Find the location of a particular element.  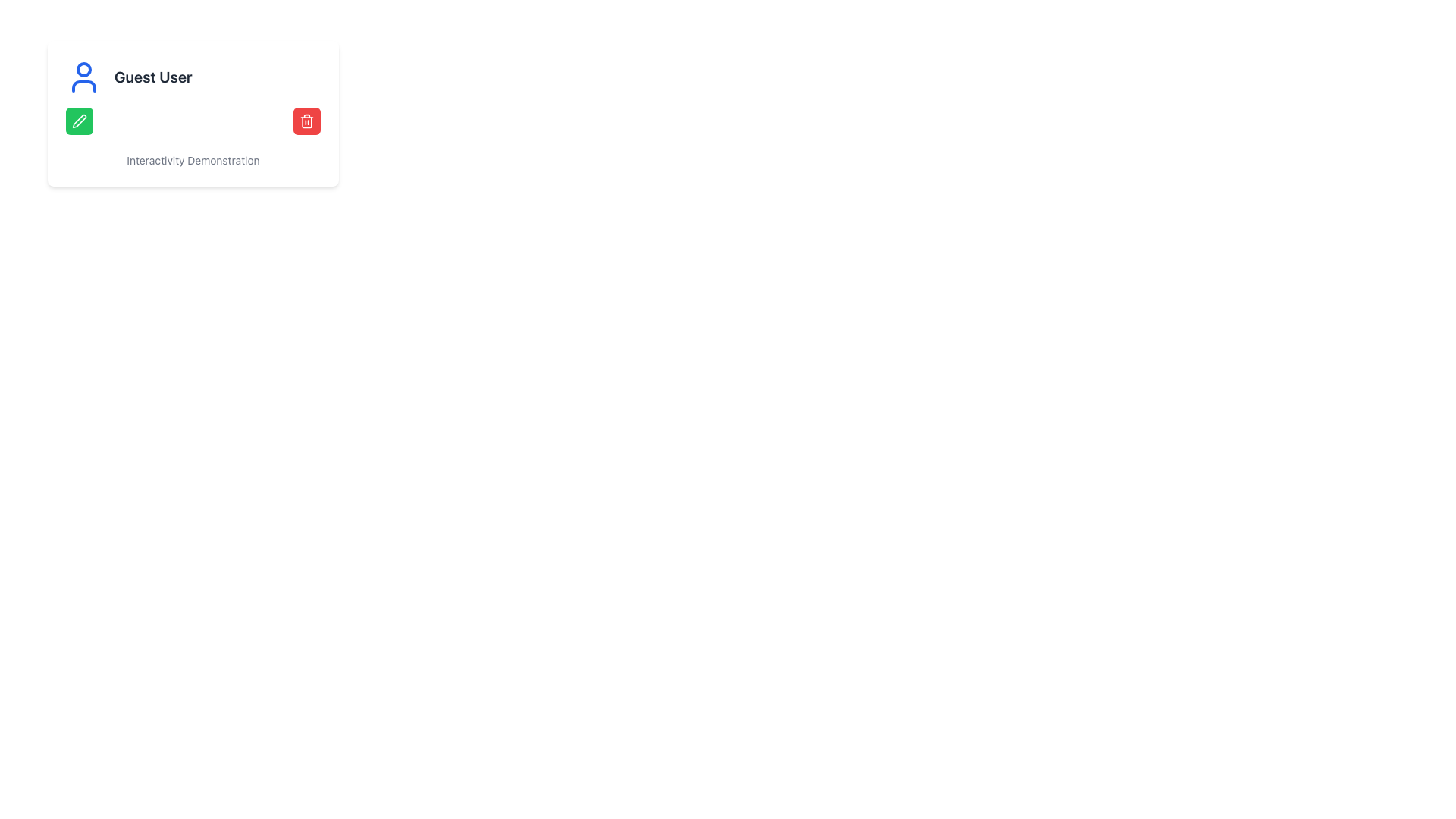

the white pencil icon on the green circular button located in the left-bottom segment of the user card is located at coordinates (79, 120).